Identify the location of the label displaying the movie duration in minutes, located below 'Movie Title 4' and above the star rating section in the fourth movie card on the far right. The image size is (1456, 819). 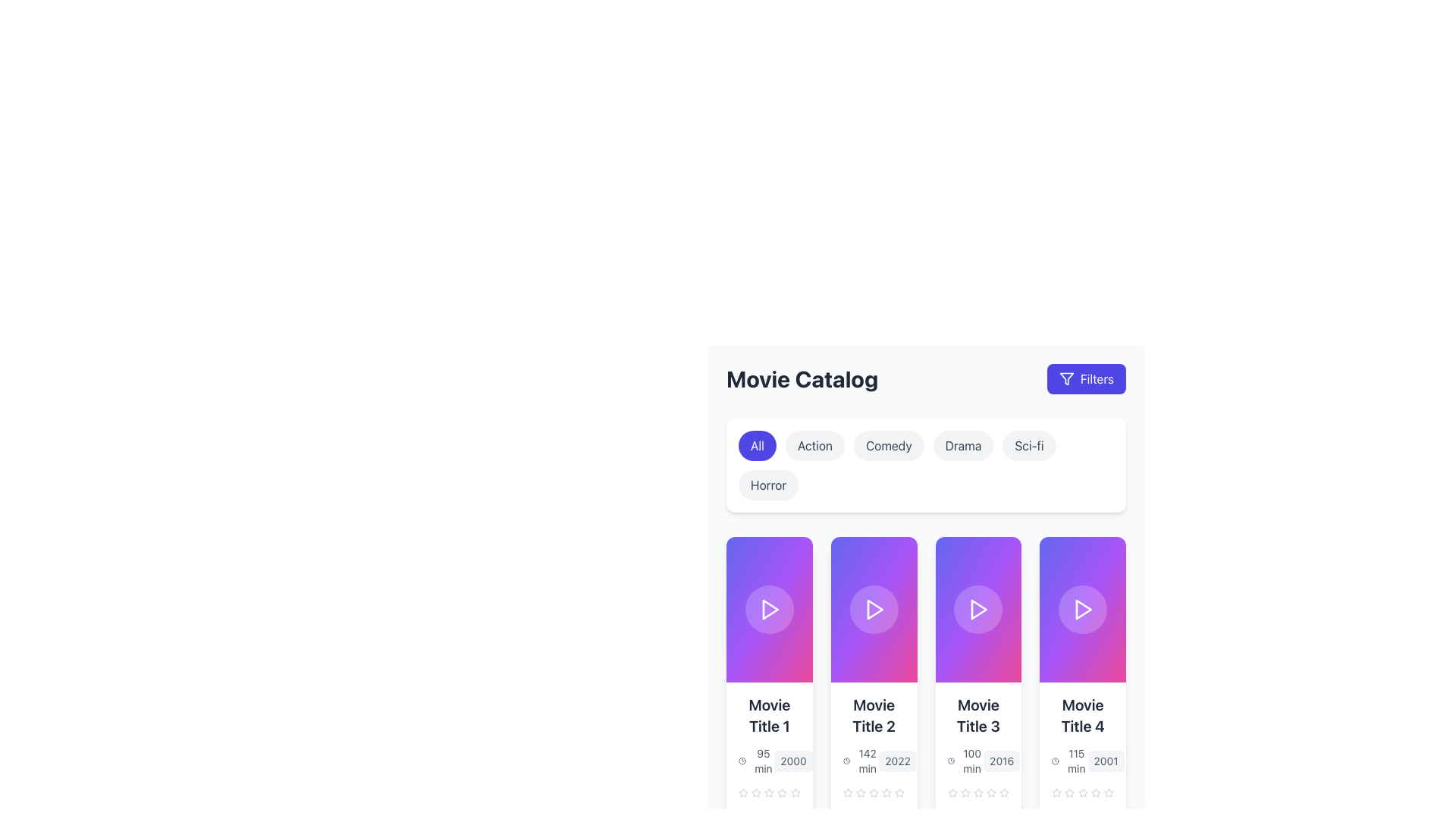
(1069, 761).